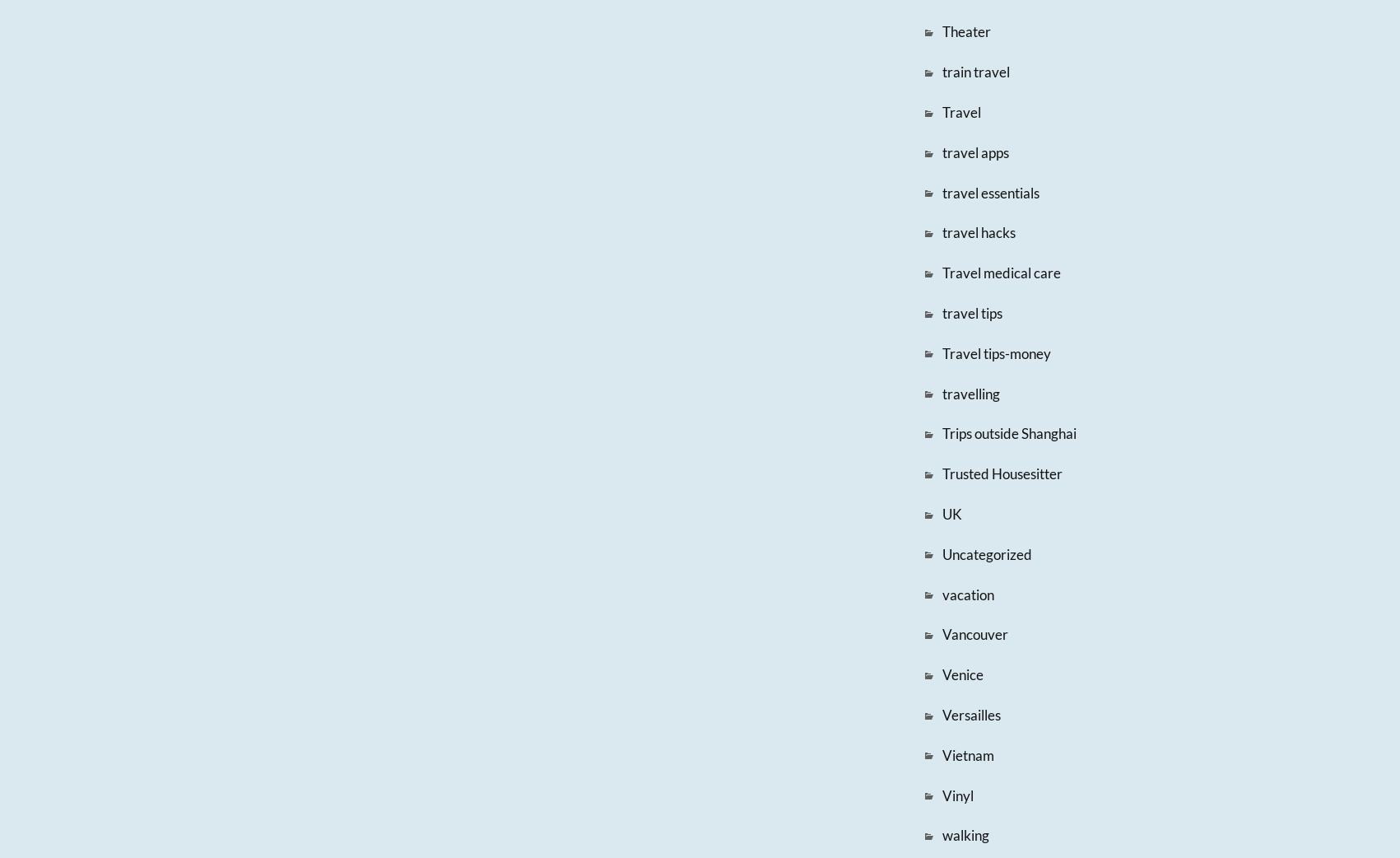  What do you see at coordinates (994, 352) in the screenshot?
I see `'Travel tips-money'` at bounding box center [994, 352].